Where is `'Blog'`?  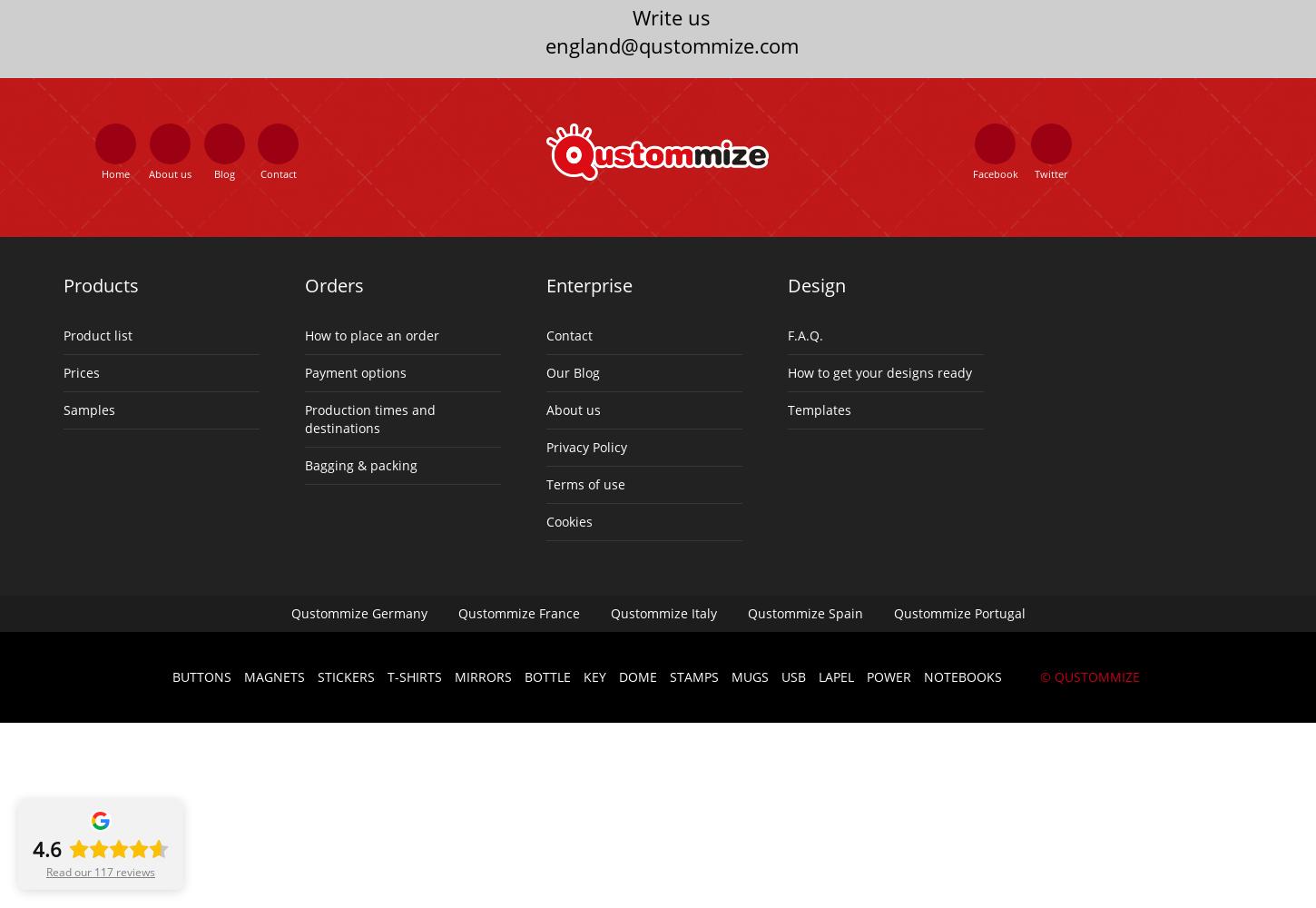
'Blog' is located at coordinates (224, 173).